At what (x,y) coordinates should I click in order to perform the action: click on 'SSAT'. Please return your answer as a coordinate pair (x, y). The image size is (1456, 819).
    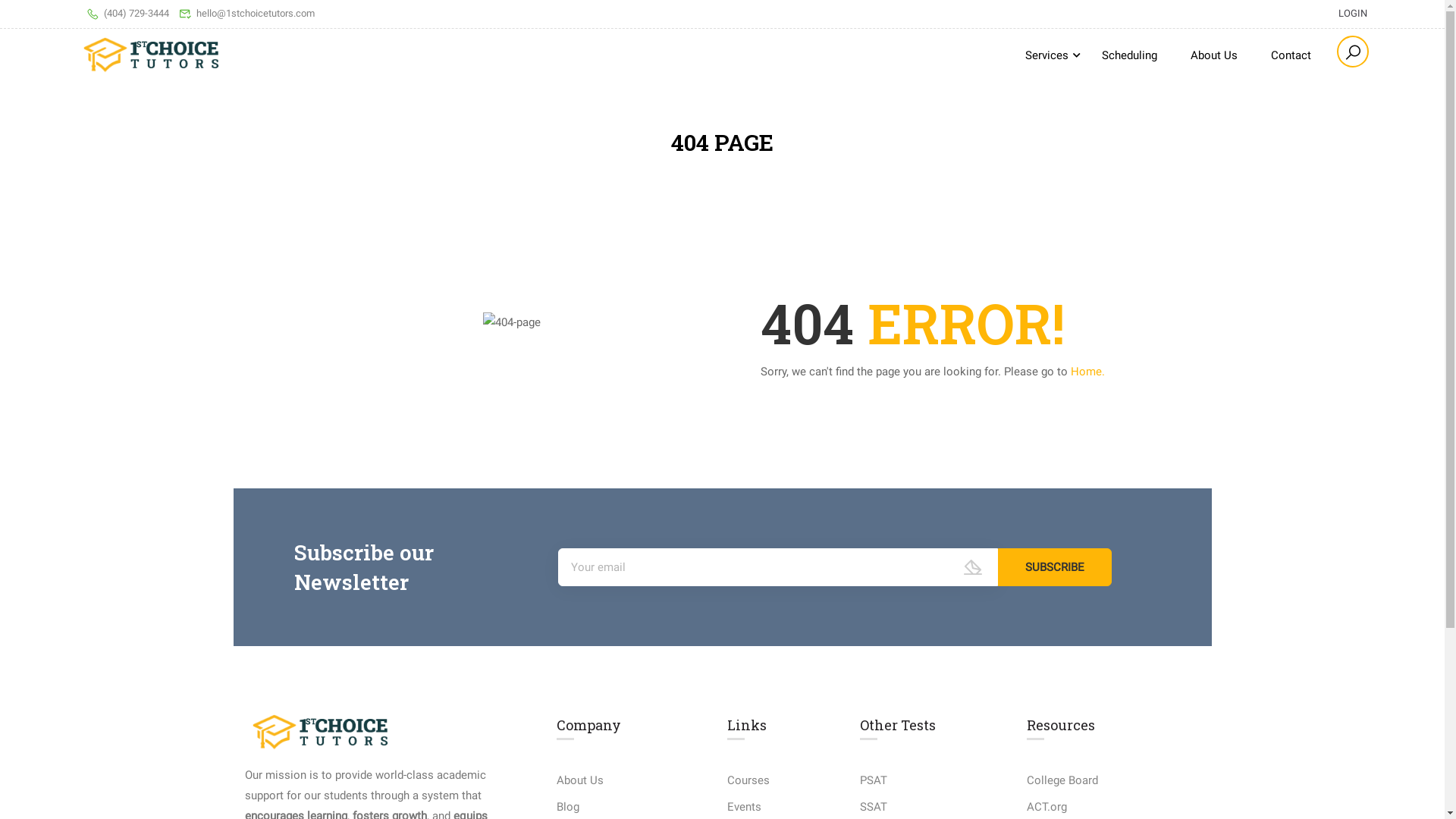
    Looking at the image, I should click on (874, 806).